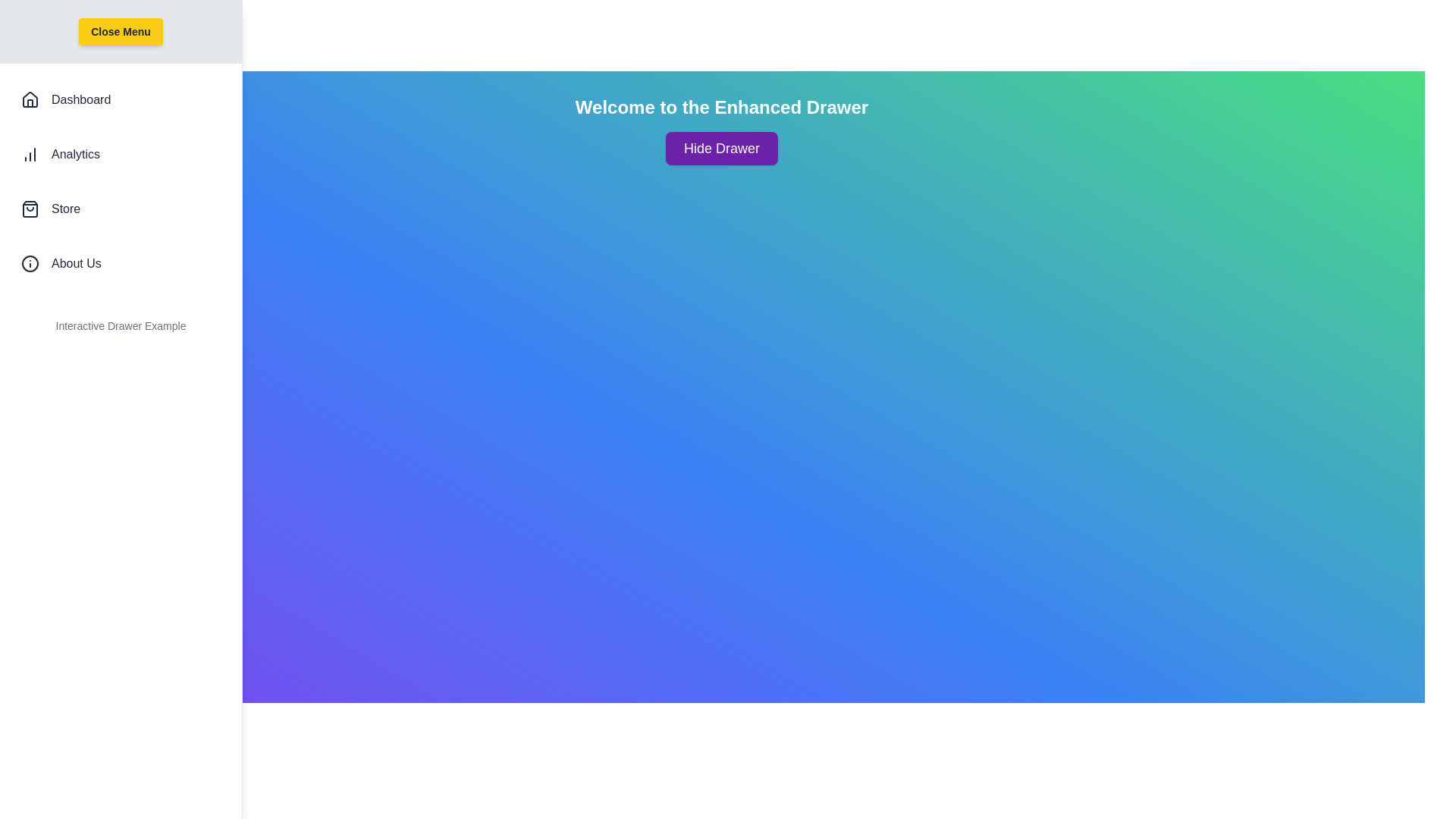 The image size is (1456, 819). I want to click on the text 'Welcome to the Enhanced Drawer', so click(720, 107).